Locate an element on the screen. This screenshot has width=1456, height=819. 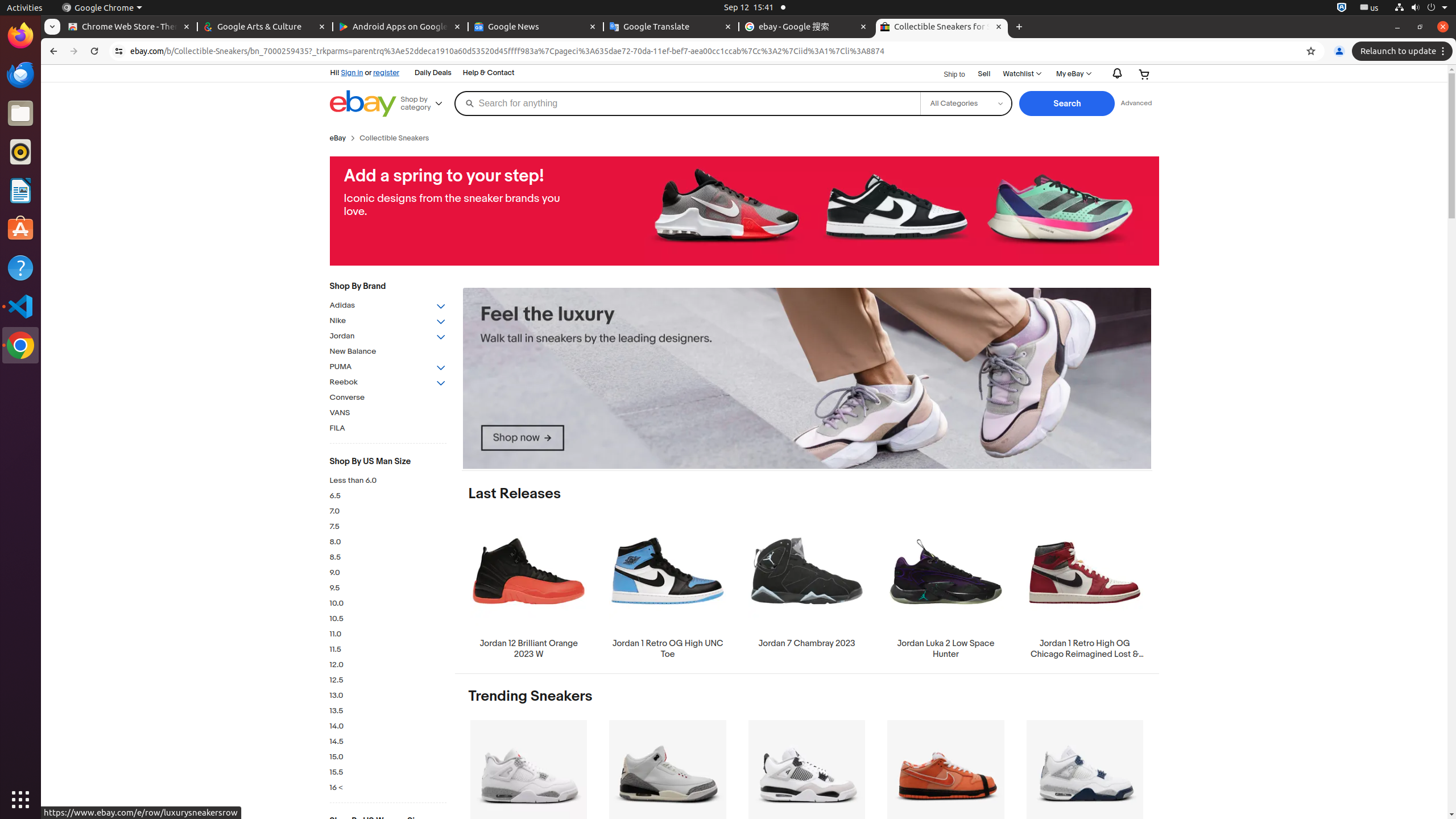
'7.0' is located at coordinates (387, 511).